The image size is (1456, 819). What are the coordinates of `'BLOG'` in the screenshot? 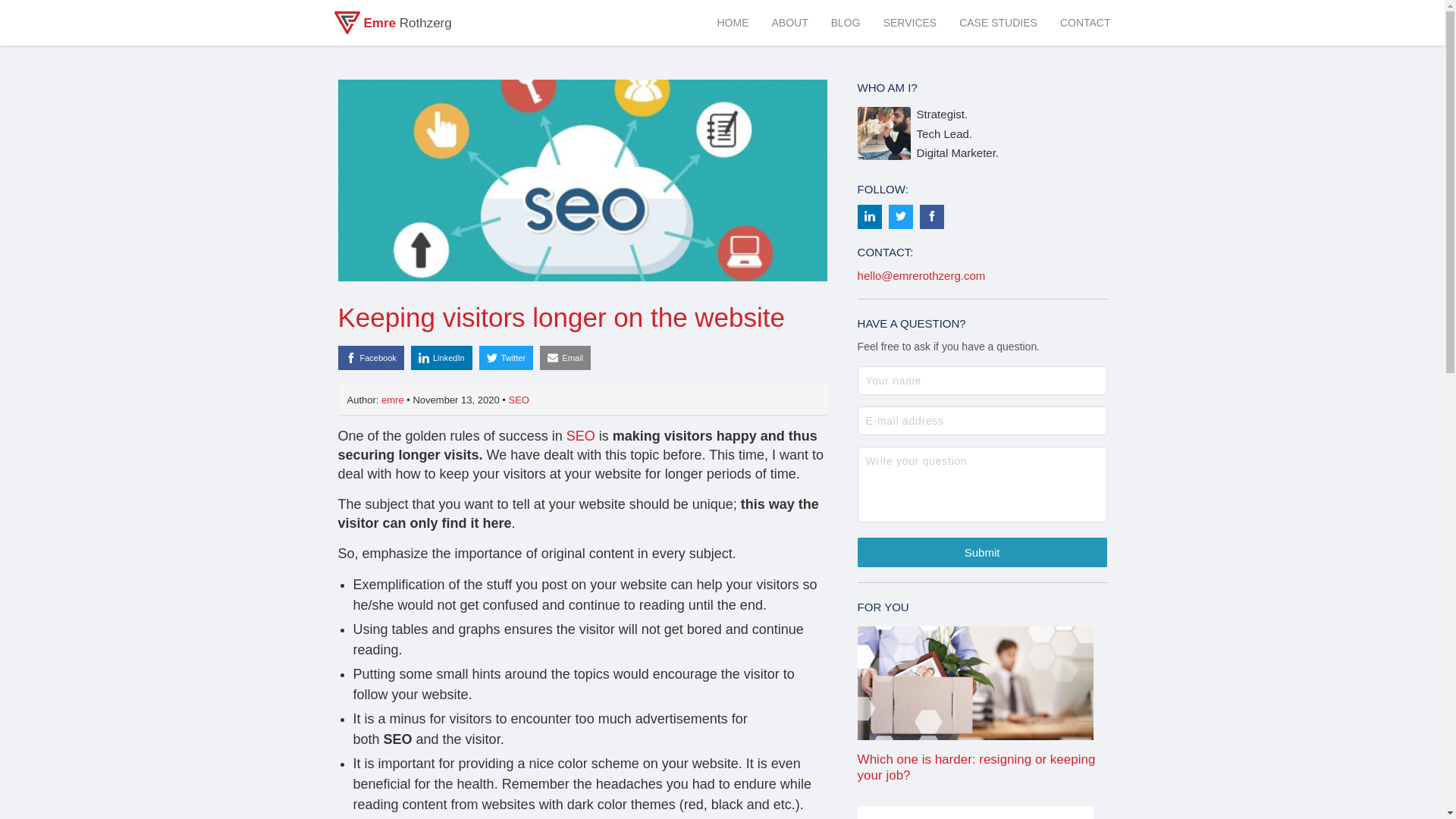 It's located at (845, 23).